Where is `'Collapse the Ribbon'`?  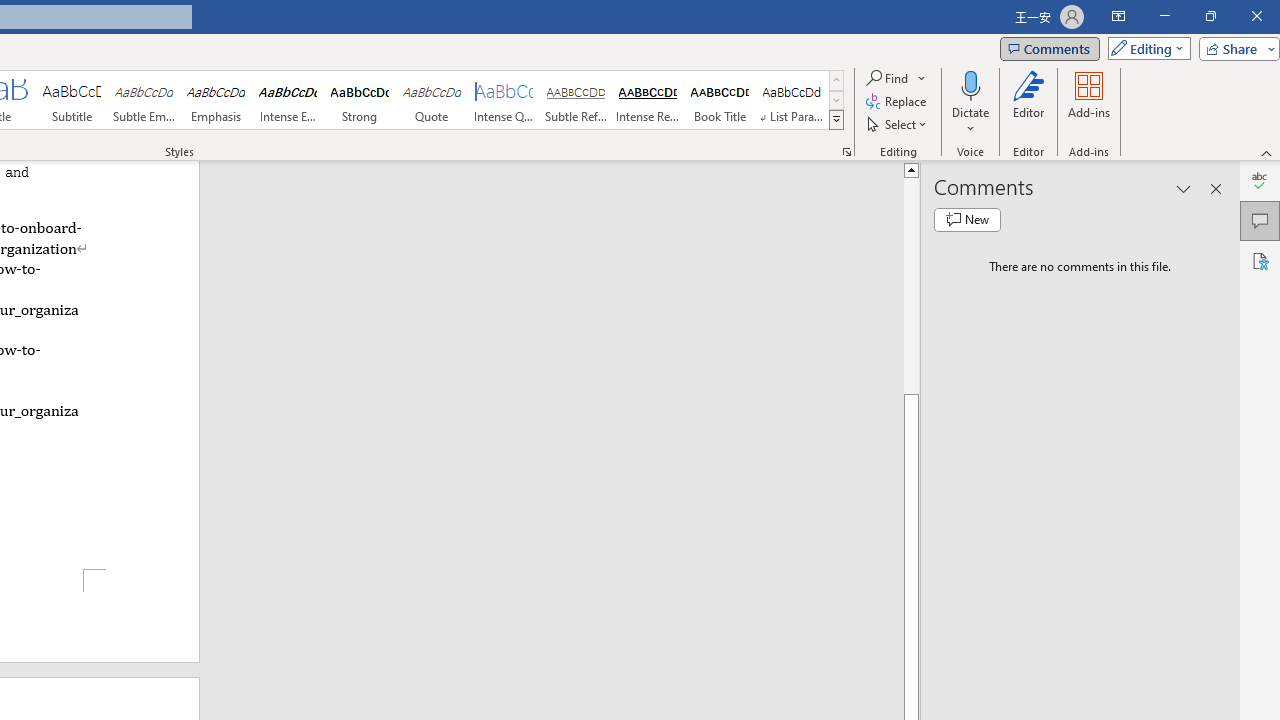
'Collapse the Ribbon' is located at coordinates (1266, 152).